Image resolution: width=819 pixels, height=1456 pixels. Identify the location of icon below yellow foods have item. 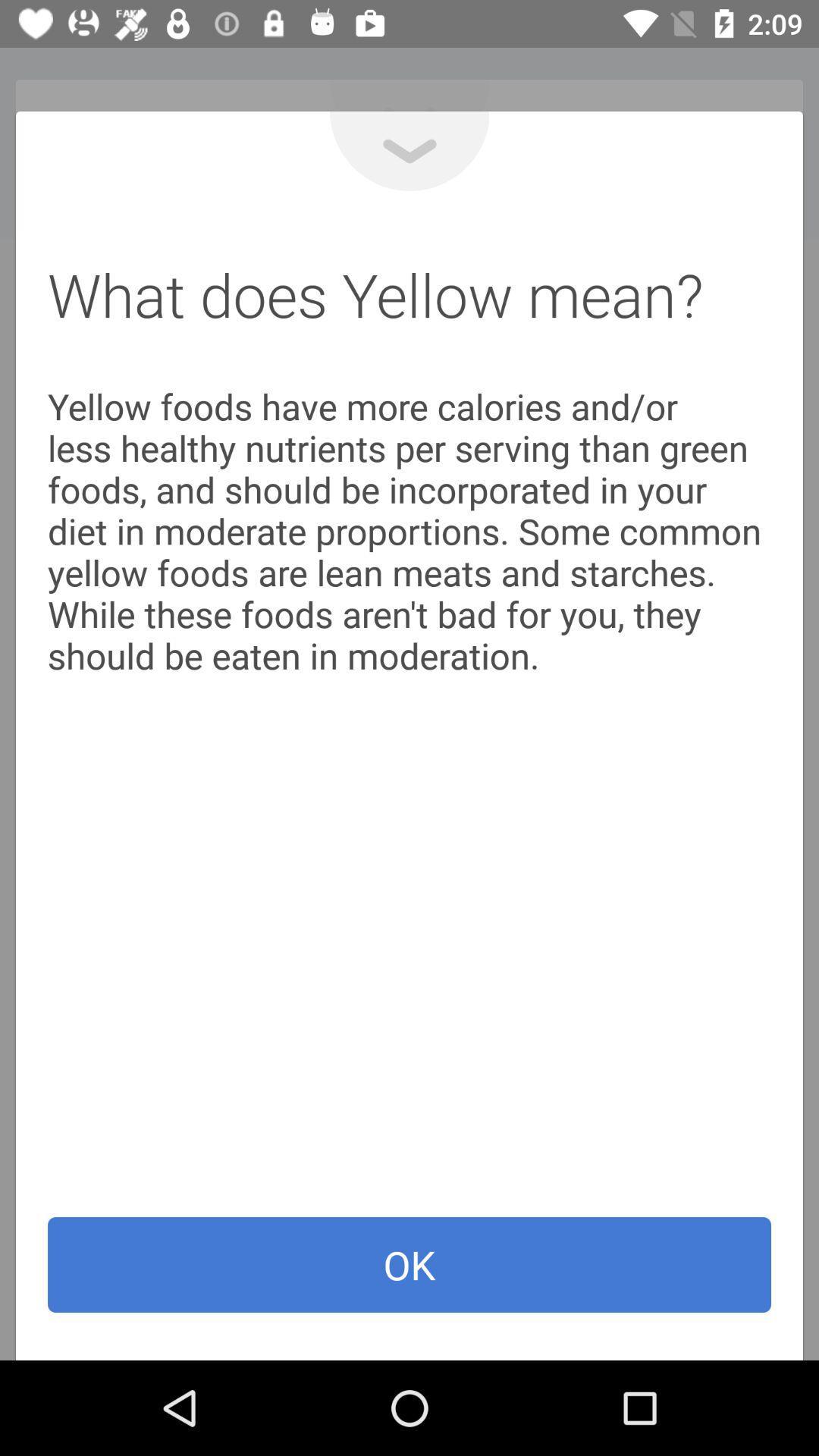
(409, 1265).